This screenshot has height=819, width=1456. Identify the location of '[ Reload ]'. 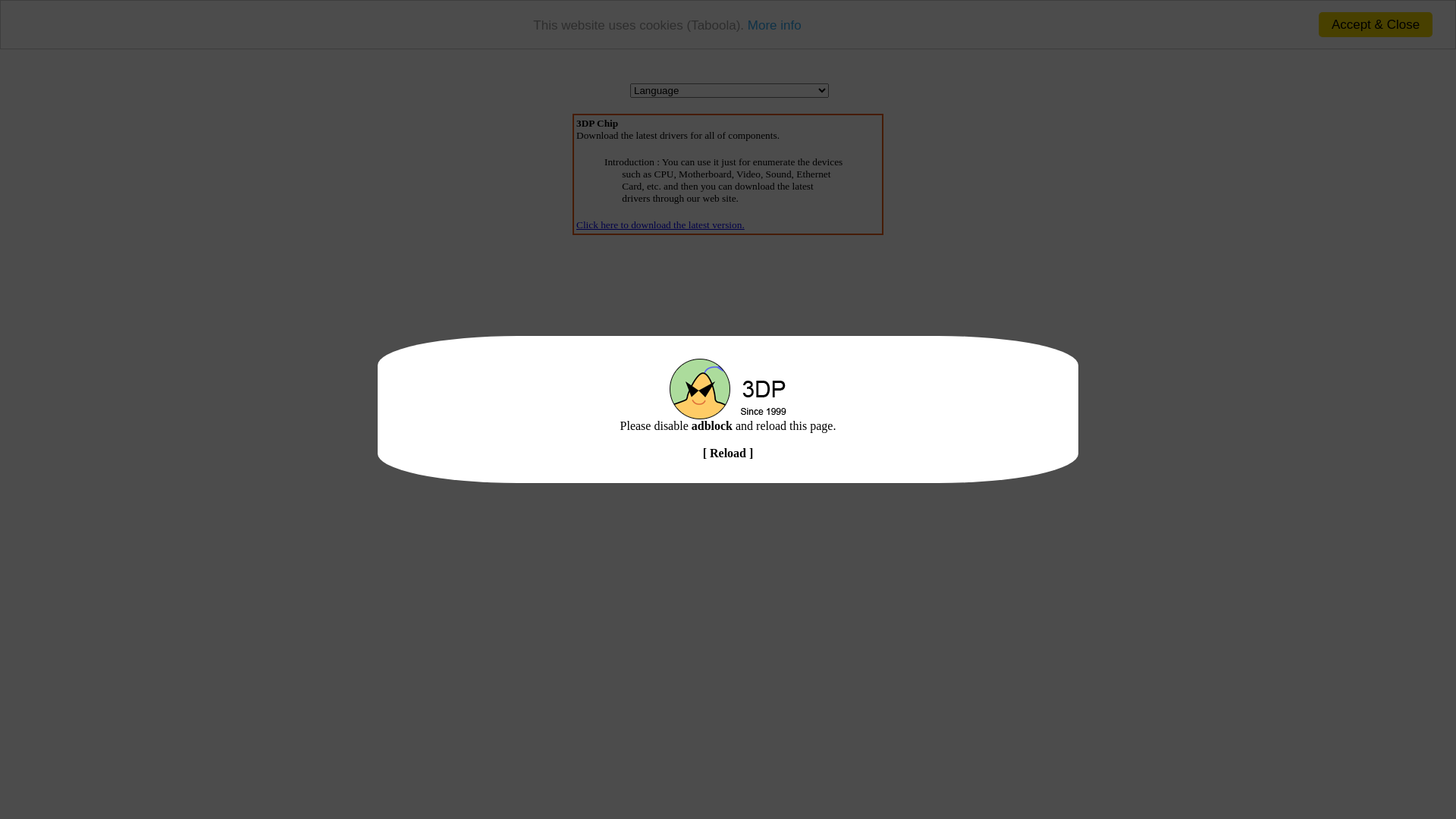
(728, 452).